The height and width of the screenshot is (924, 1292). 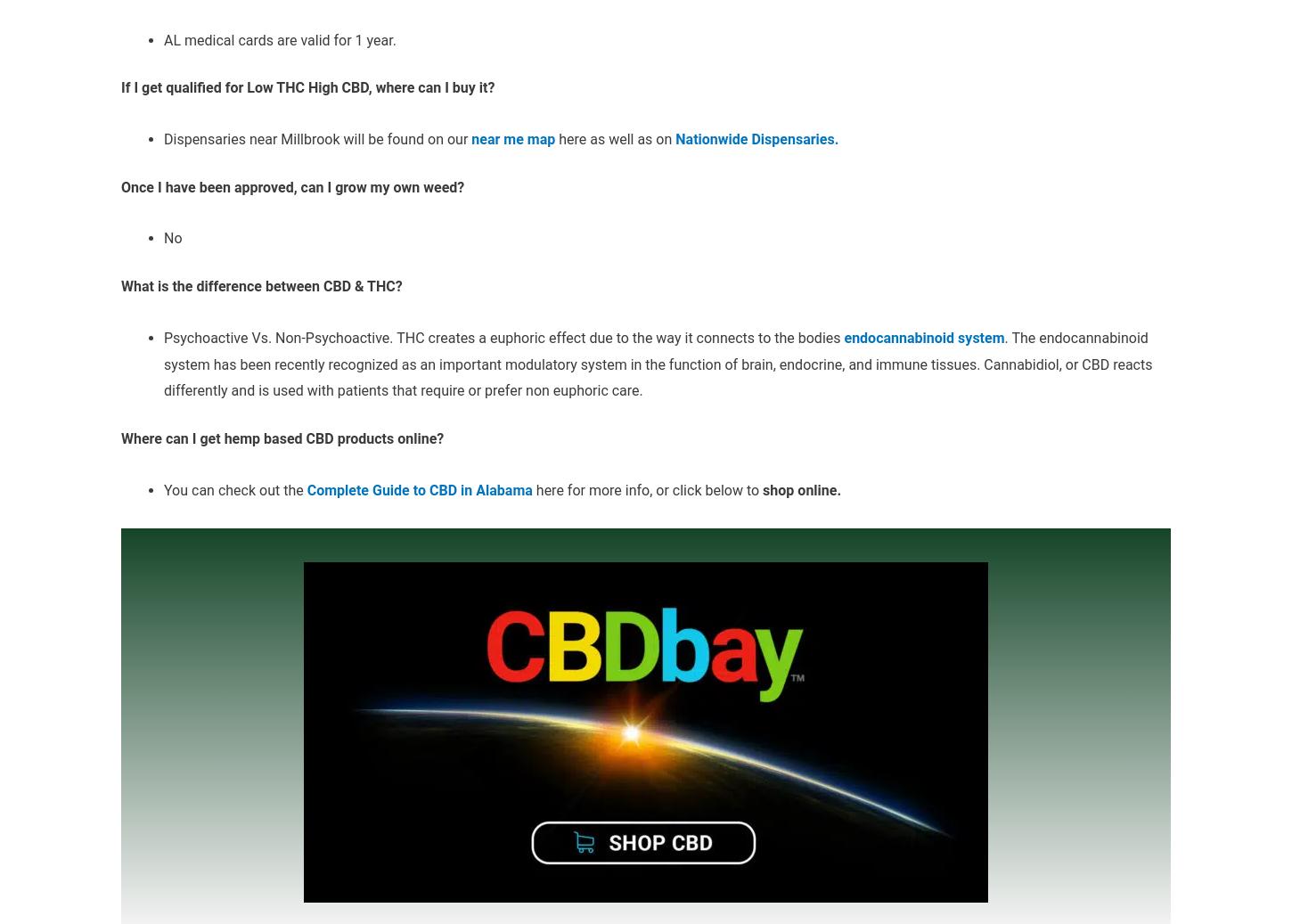 What do you see at coordinates (658, 363) in the screenshot?
I see `'. The endocannabinoid system has been recently recognized as an important modulatory system in the function of brain, endocrine, and immune tissues. Cannabidiol, or CBD reacts differently and is used with patients that require or prefer non euphoric care.'` at bounding box center [658, 363].